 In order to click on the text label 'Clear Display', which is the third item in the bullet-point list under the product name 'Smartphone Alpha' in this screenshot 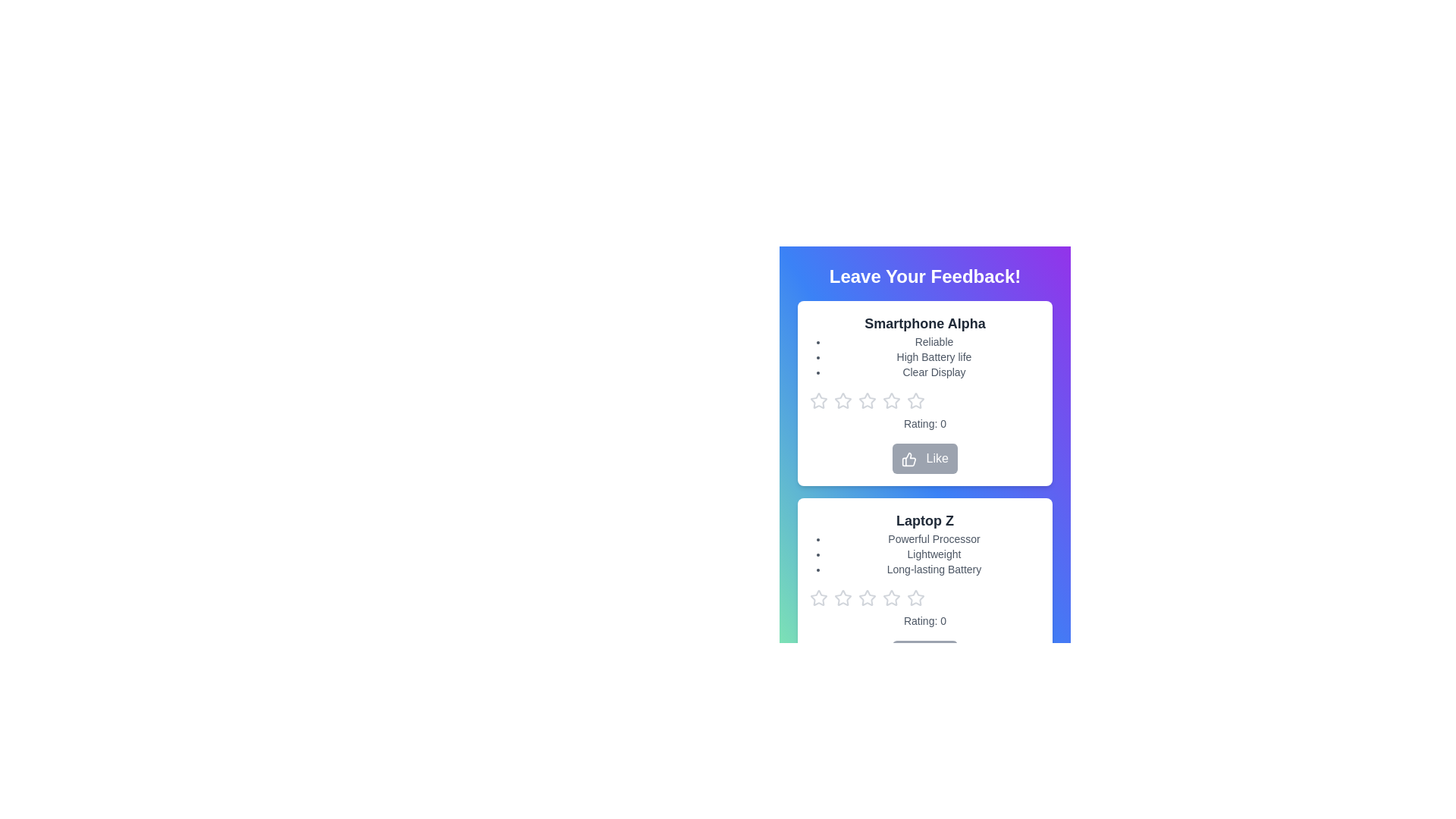, I will do `click(934, 372)`.